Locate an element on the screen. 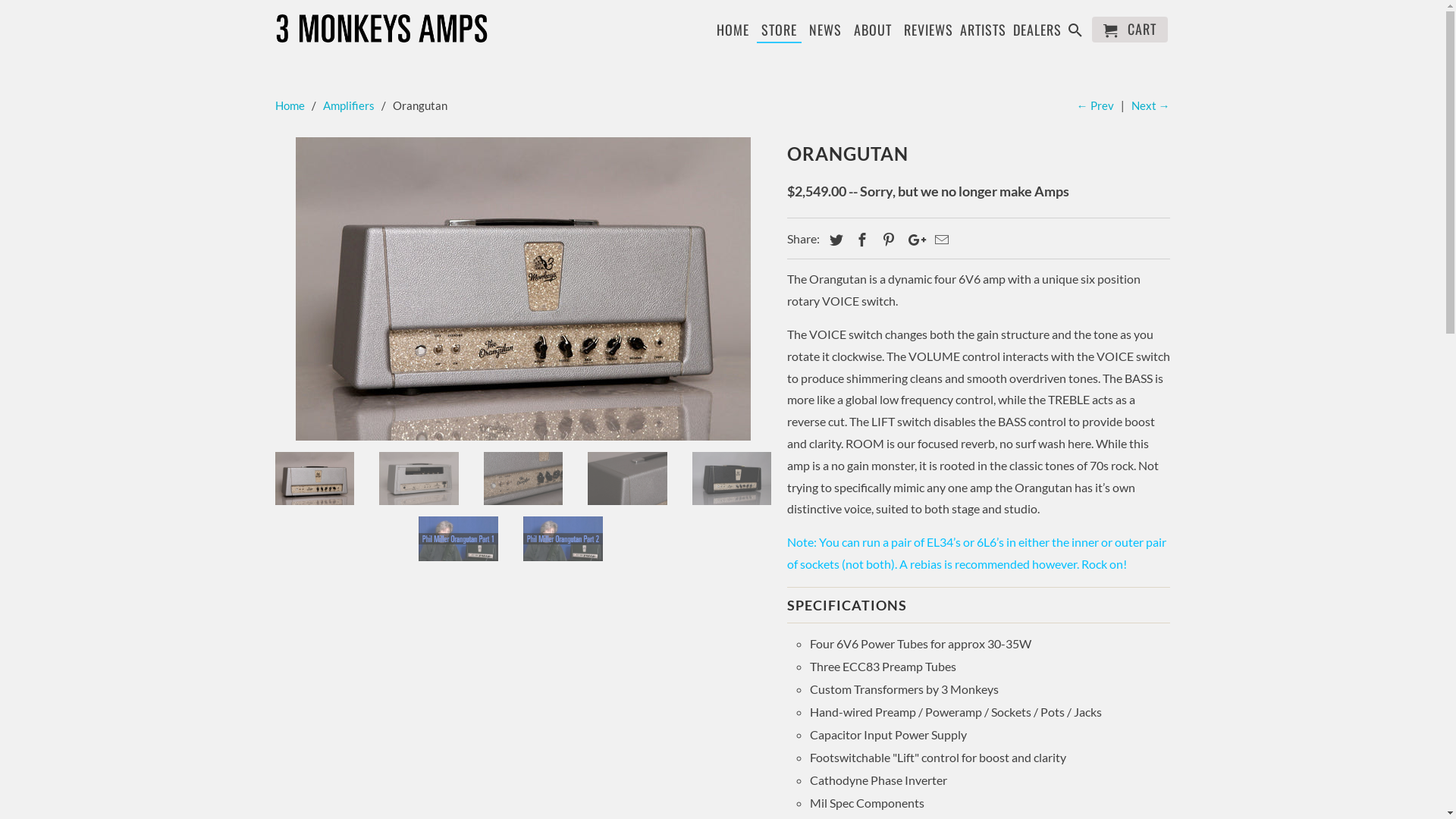 The image size is (1456, 819). 'Share this on Twitter' is located at coordinates (821, 239).